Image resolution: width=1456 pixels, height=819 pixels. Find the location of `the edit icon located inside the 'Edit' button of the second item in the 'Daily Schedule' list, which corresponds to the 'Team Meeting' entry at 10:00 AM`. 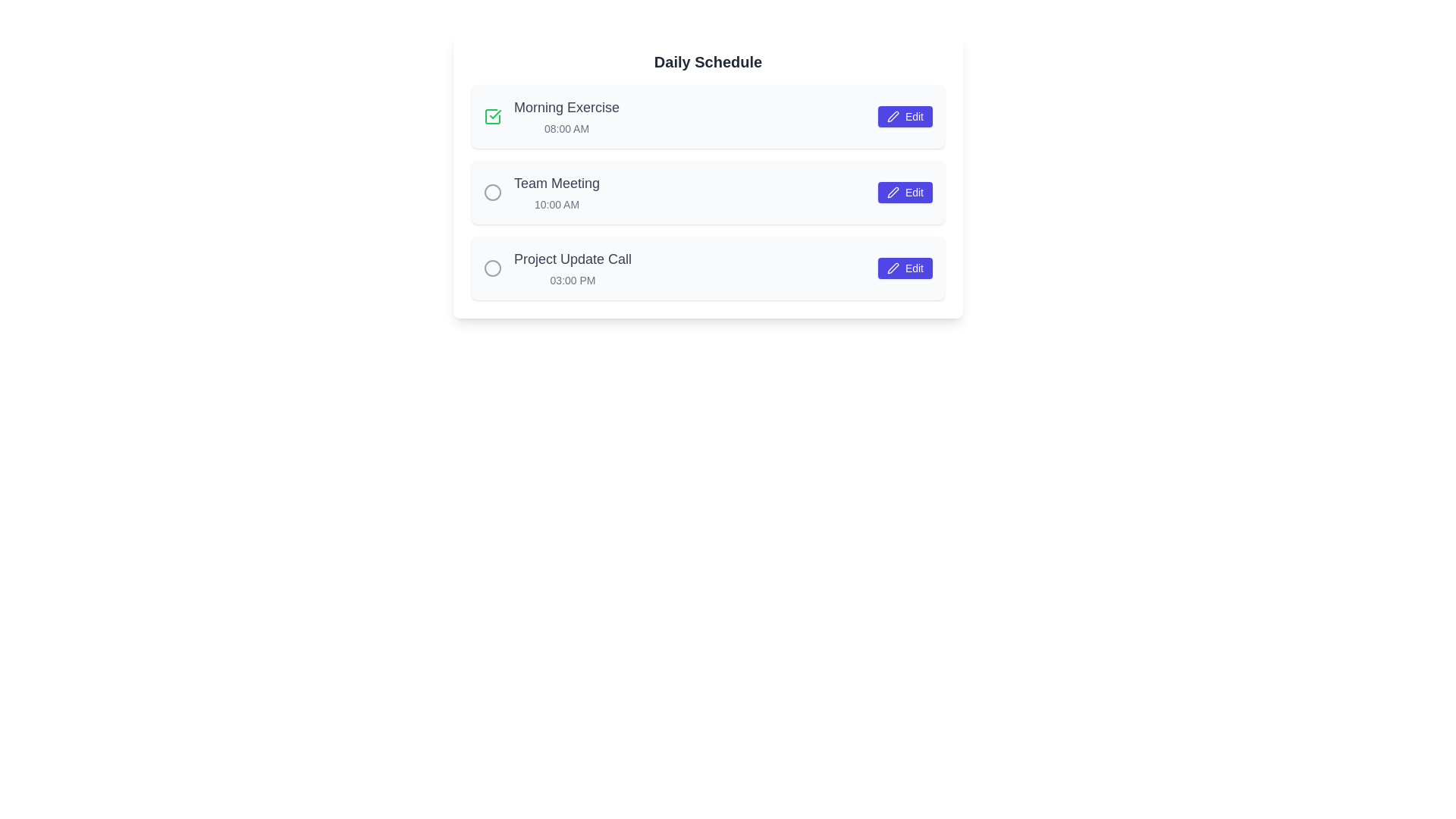

the edit icon located inside the 'Edit' button of the second item in the 'Daily Schedule' list, which corresponds to the 'Team Meeting' entry at 10:00 AM is located at coordinates (893, 192).